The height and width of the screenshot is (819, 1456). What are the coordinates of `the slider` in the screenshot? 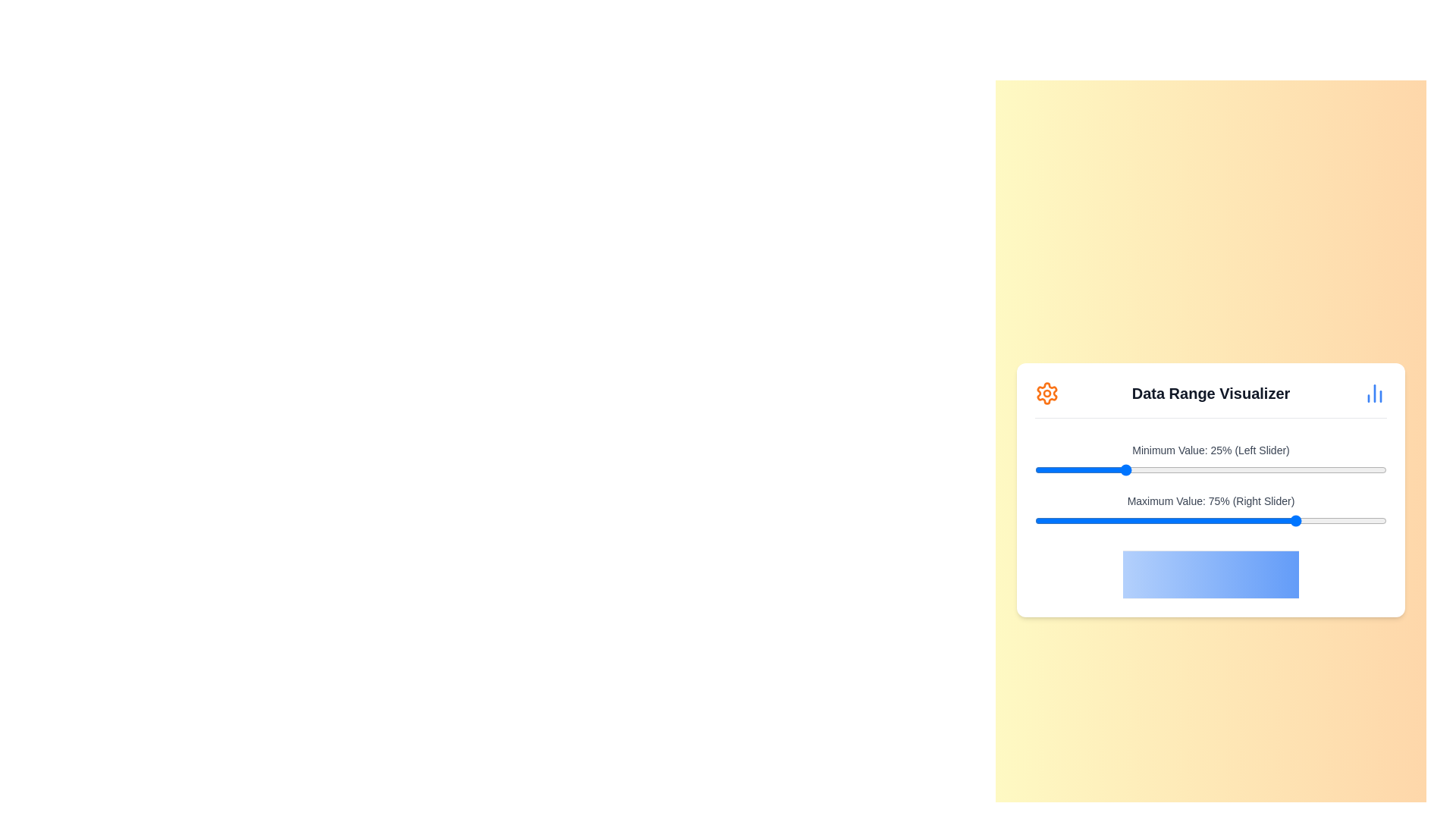 It's located at (1294, 519).